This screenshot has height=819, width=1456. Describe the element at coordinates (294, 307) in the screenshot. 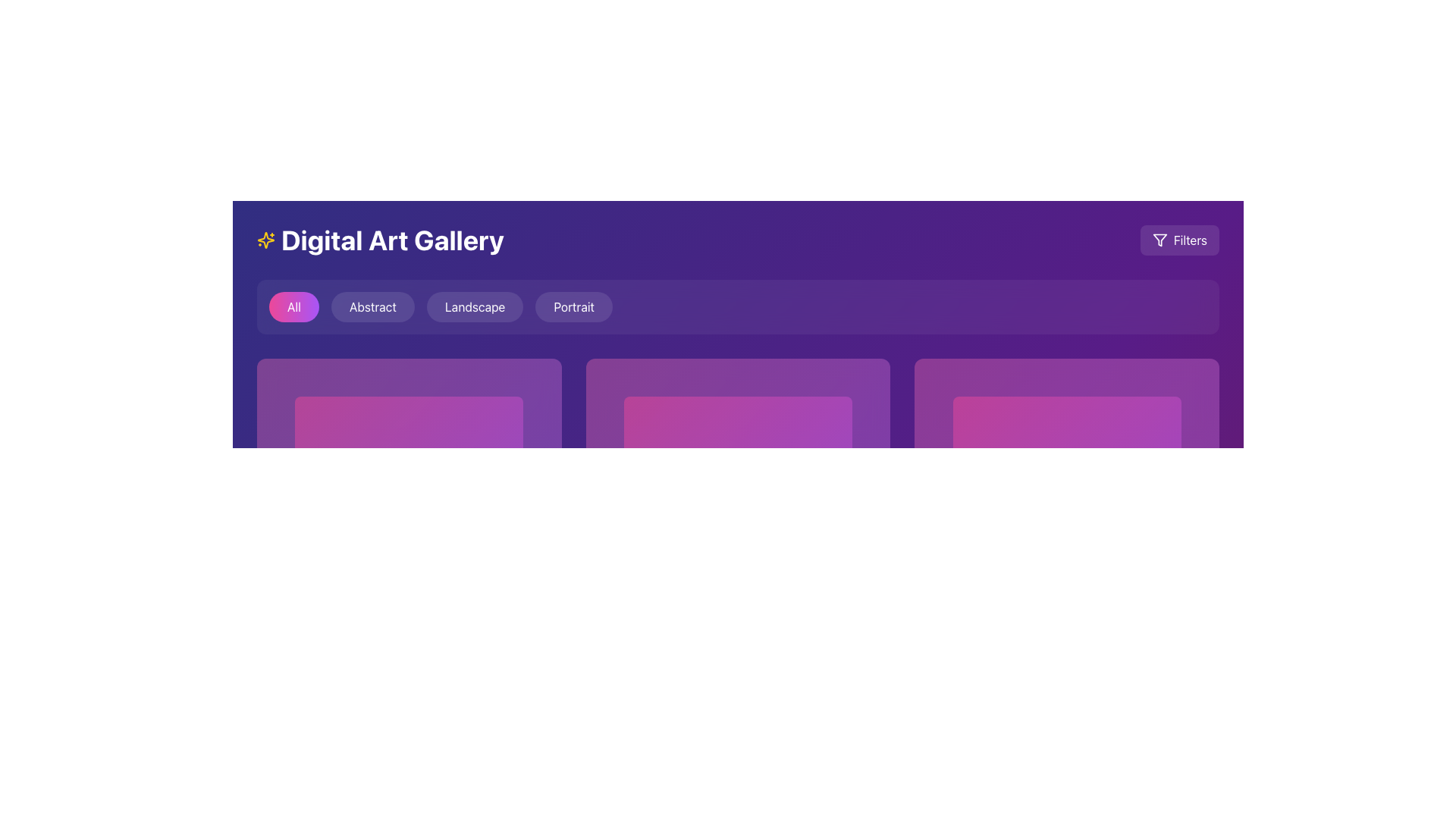

I see `the 'All' button, which is a rounded rectangular button with a gradient color scheme from pink to purple, located below the 'Digital Art Gallery' title, and to the left of the buttons labeled 'Abstract', 'Landscape', and 'Portrait'` at that location.